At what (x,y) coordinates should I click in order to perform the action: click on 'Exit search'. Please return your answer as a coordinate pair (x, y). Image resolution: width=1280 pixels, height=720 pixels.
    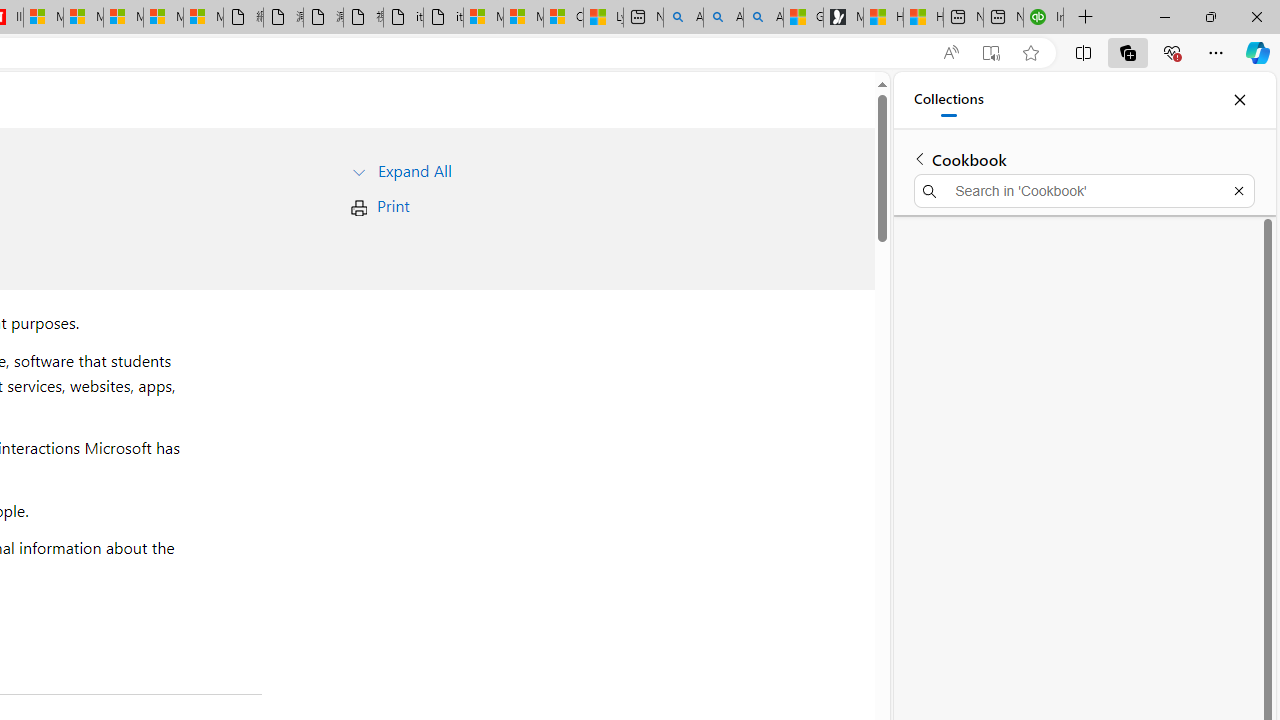
    Looking at the image, I should click on (1238, 191).